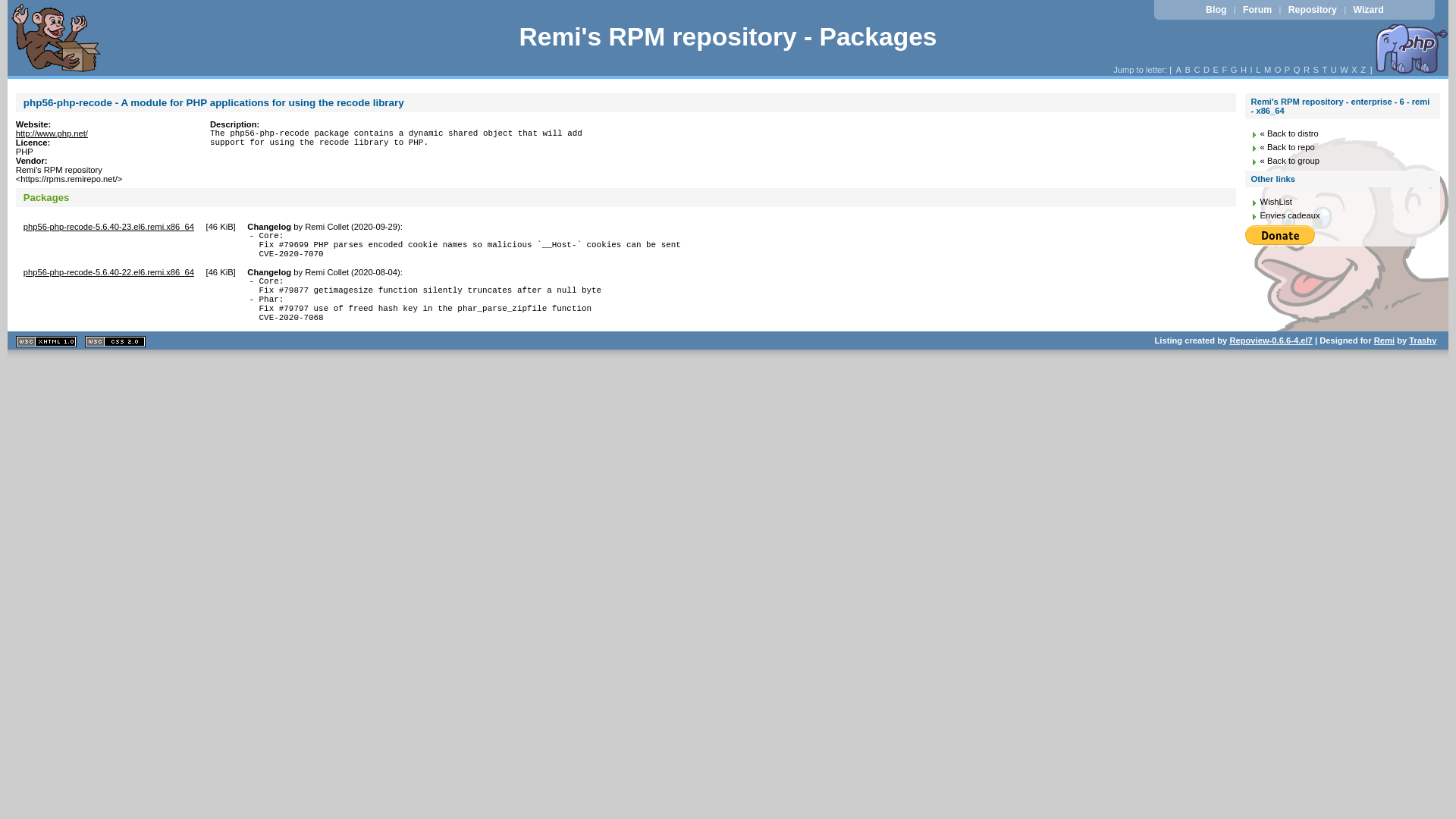 This screenshot has width=1456, height=819. Describe the element at coordinates (1368, 9) in the screenshot. I see `'Wizard'` at that location.